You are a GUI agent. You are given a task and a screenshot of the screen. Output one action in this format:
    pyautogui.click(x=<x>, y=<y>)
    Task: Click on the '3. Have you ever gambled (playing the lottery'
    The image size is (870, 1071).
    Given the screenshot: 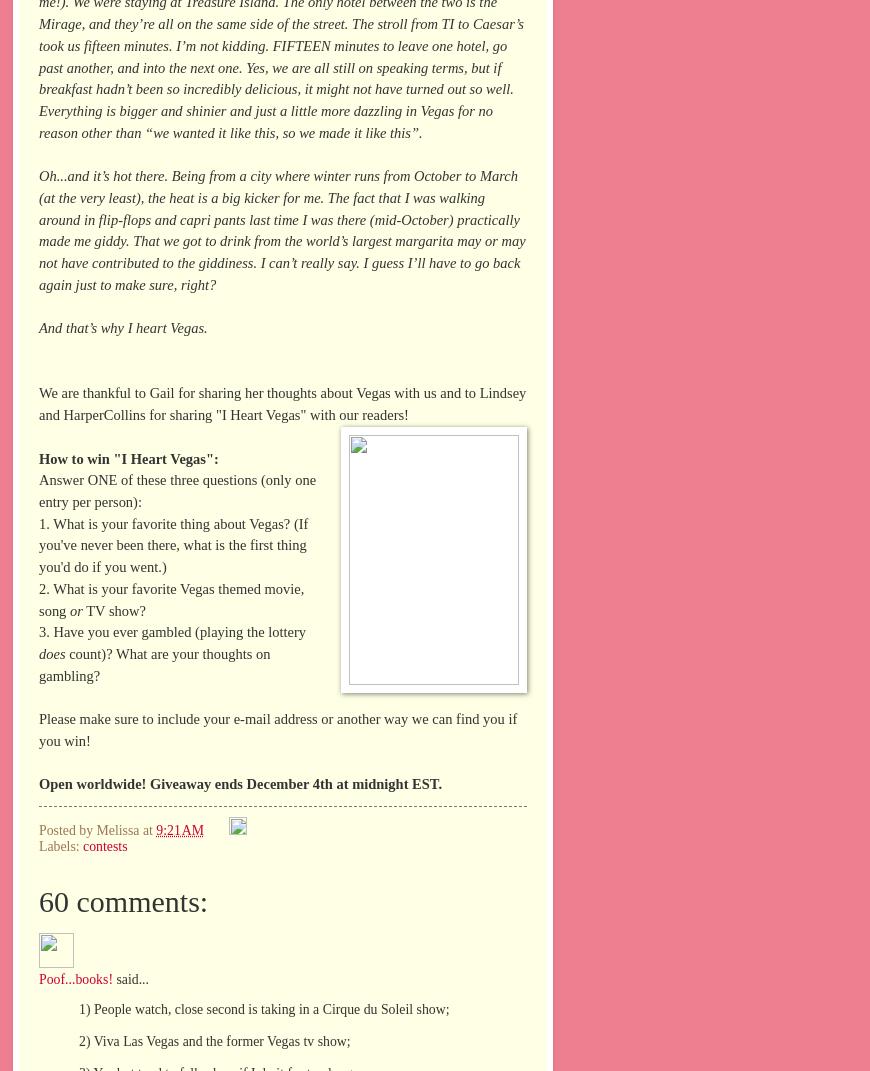 What is the action you would take?
    pyautogui.click(x=37, y=630)
    